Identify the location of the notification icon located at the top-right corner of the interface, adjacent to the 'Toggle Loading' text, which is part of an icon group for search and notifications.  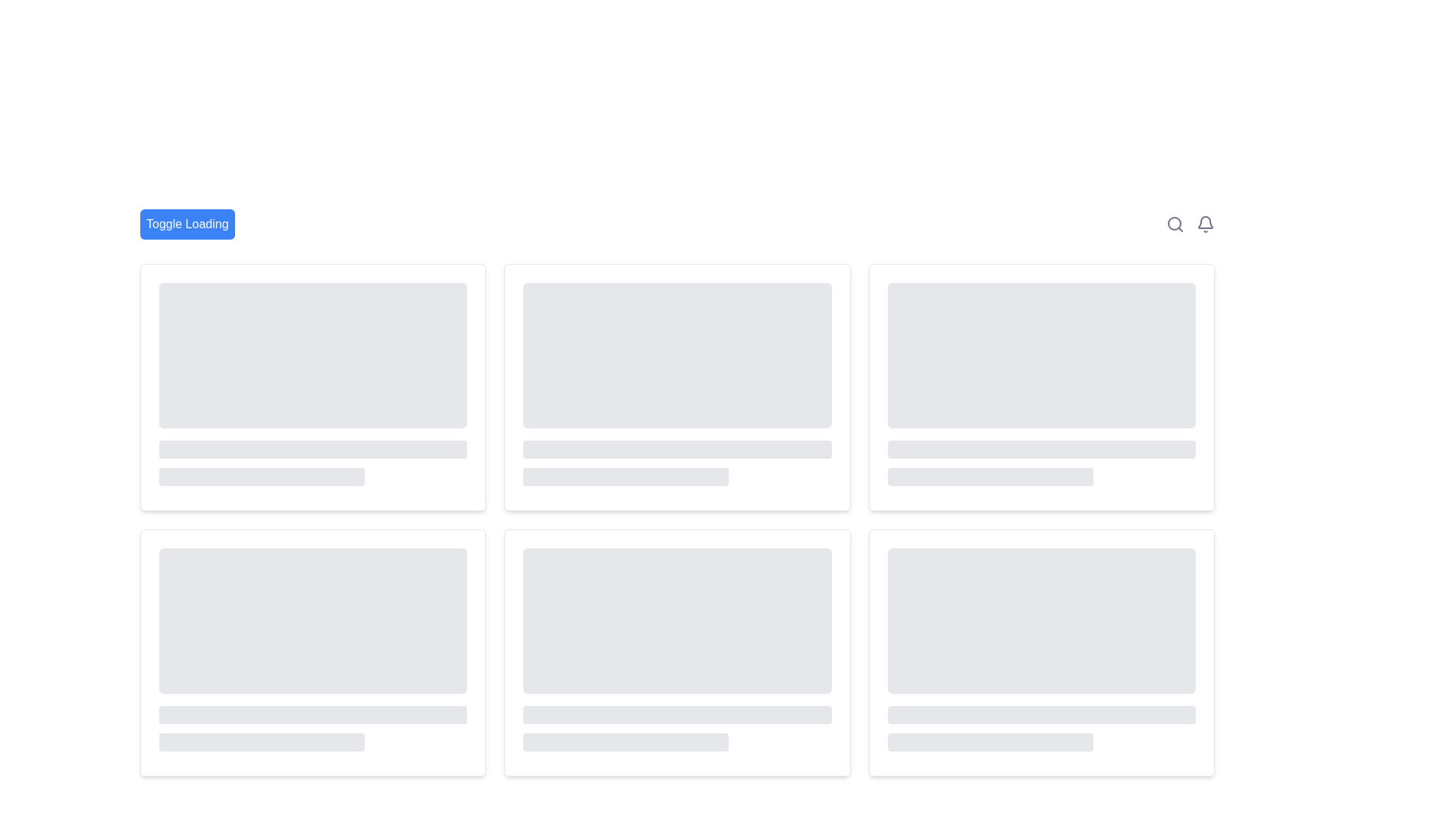
(1189, 224).